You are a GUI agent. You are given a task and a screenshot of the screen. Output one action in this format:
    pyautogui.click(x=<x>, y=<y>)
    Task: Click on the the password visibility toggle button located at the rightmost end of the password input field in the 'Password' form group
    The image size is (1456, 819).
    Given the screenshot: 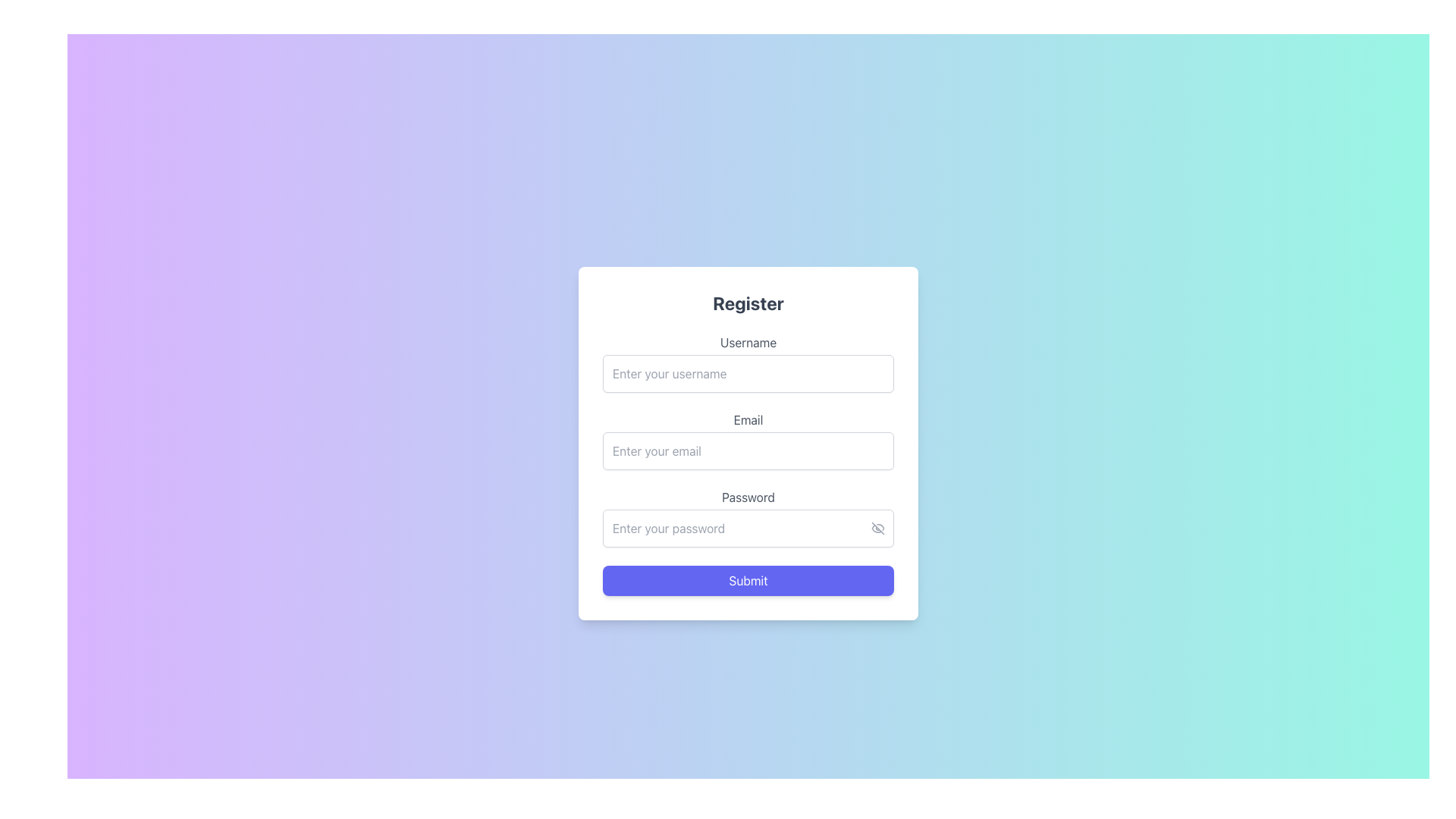 What is the action you would take?
    pyautogui.click(x=877, y=528)
    